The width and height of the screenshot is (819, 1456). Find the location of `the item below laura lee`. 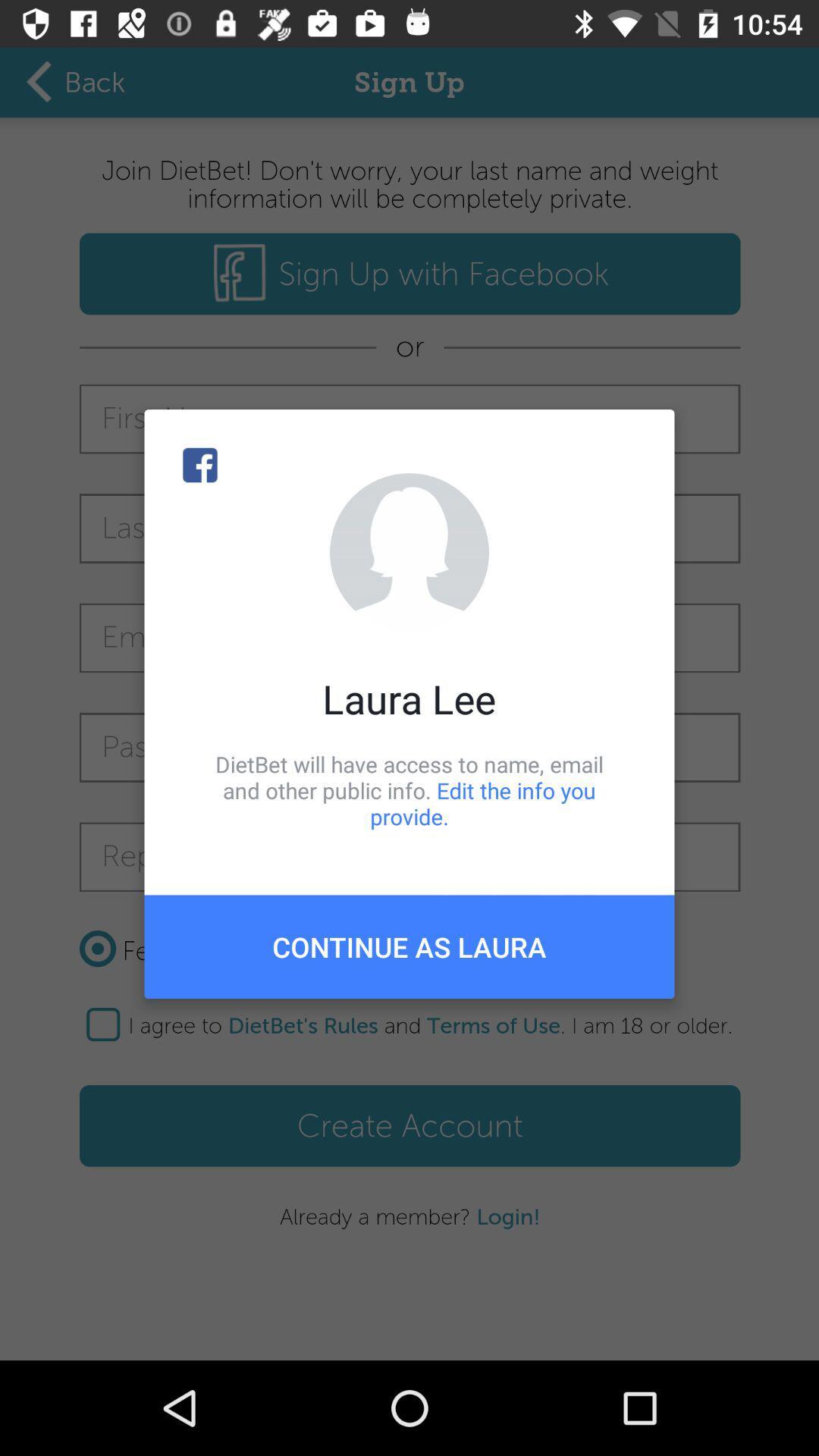

the item below laura lee is located at coordinates (409, 789).